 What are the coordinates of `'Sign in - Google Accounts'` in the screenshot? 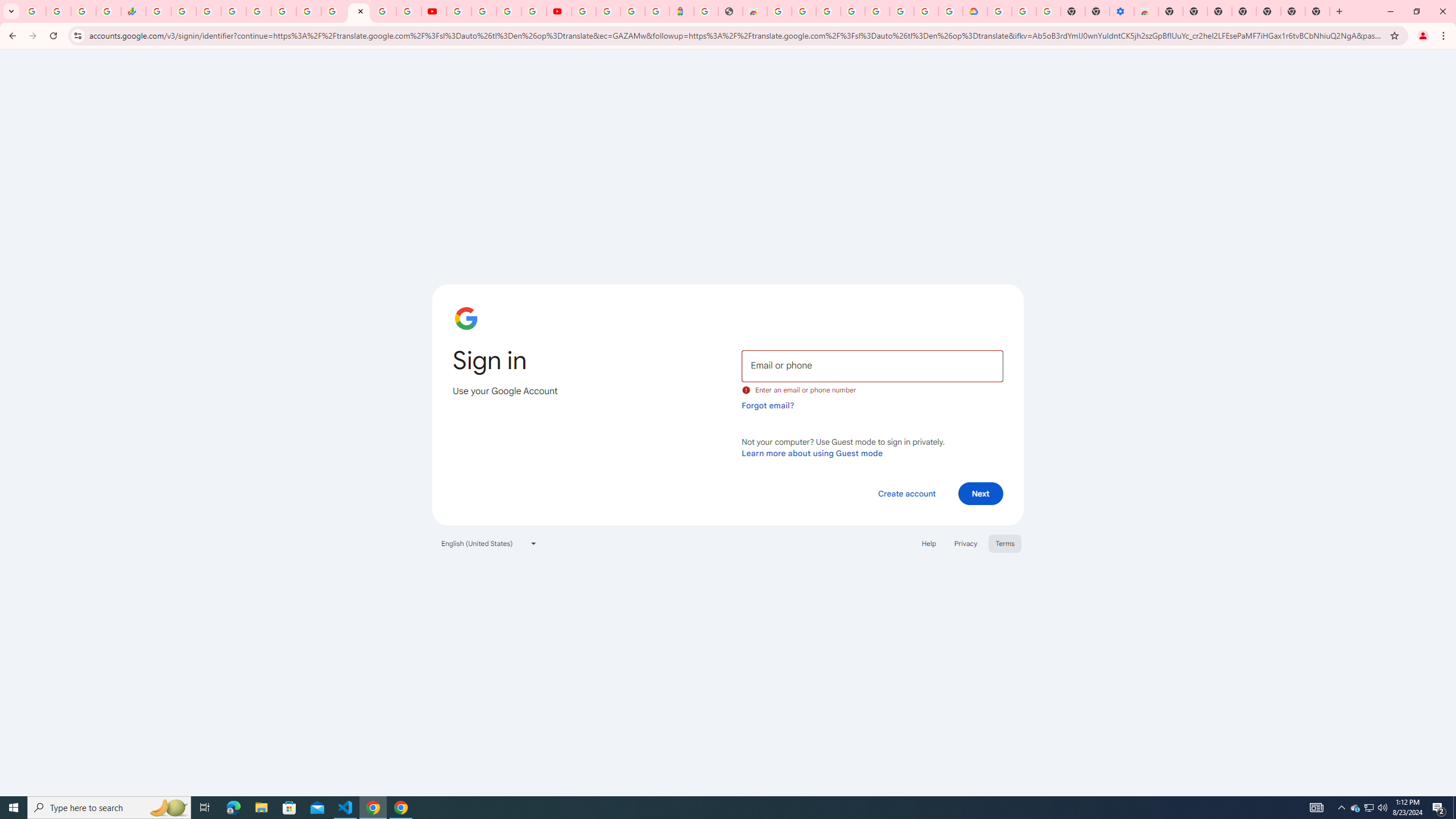 It's located at (359, 11).